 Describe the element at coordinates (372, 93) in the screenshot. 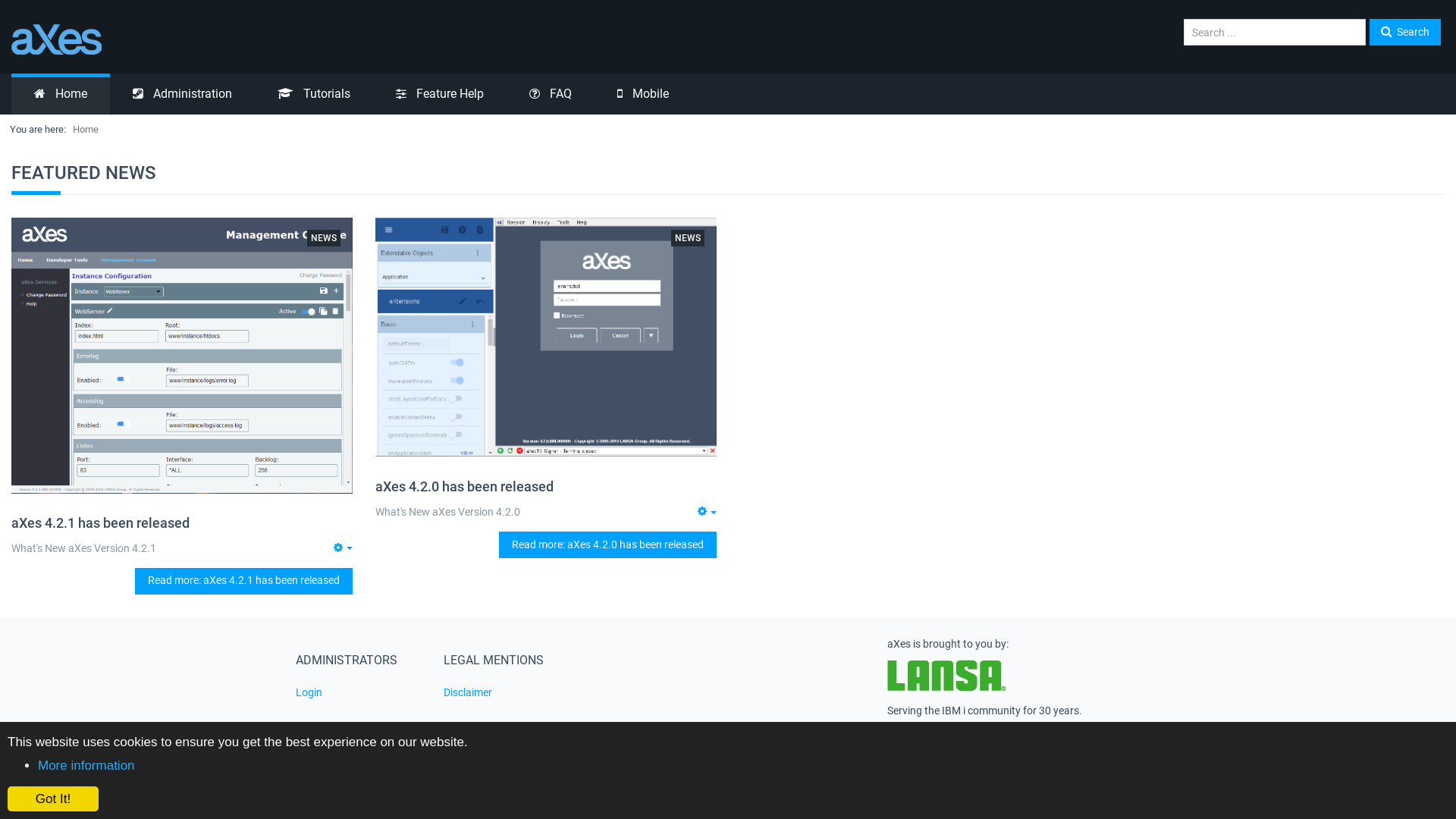

I see `'Feature Help'` at that location.